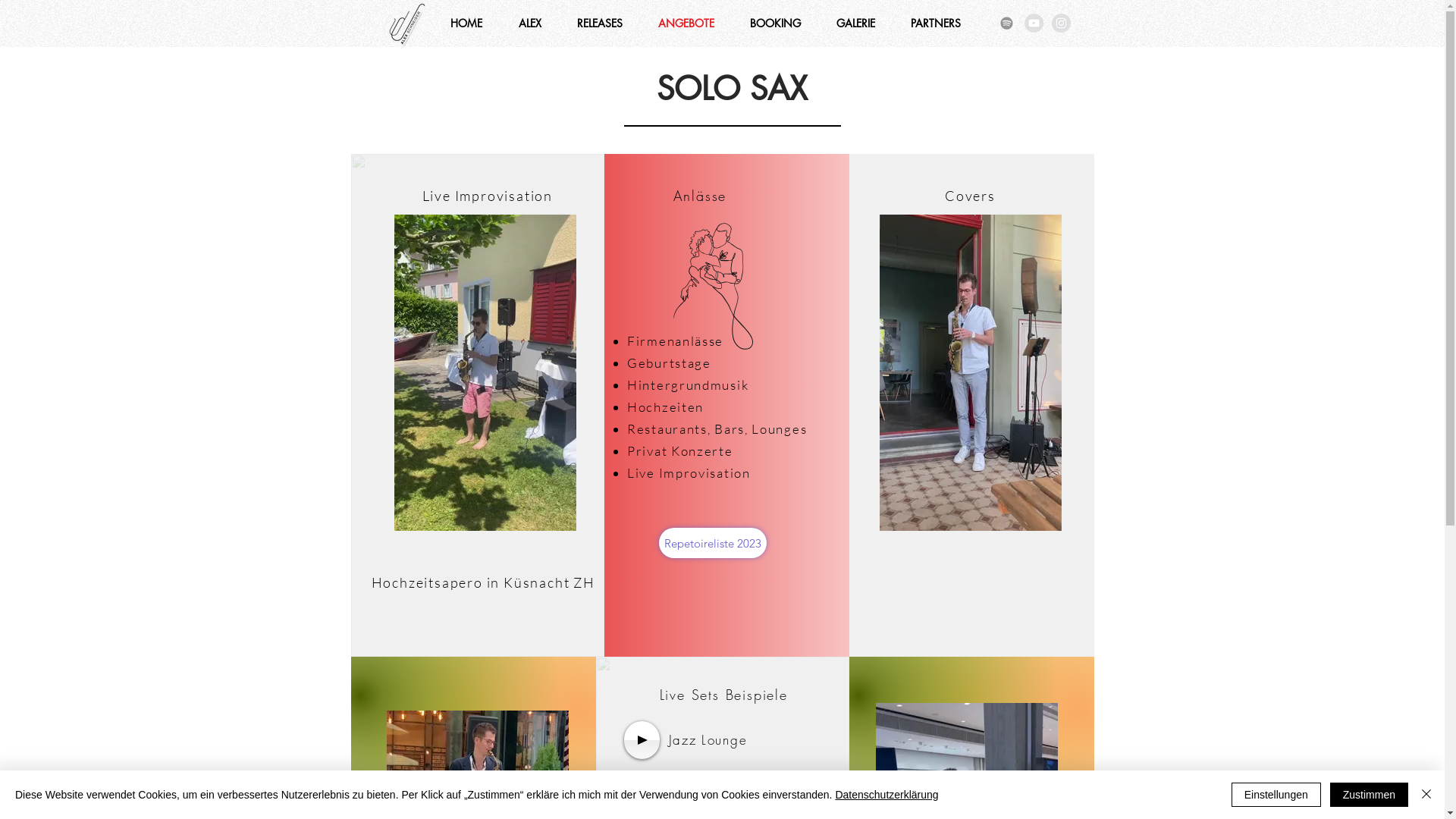  What do you see at coordinates (818, 23) in the screenshot?
I see `'GALERIE'` at bounding box center [818, 23].